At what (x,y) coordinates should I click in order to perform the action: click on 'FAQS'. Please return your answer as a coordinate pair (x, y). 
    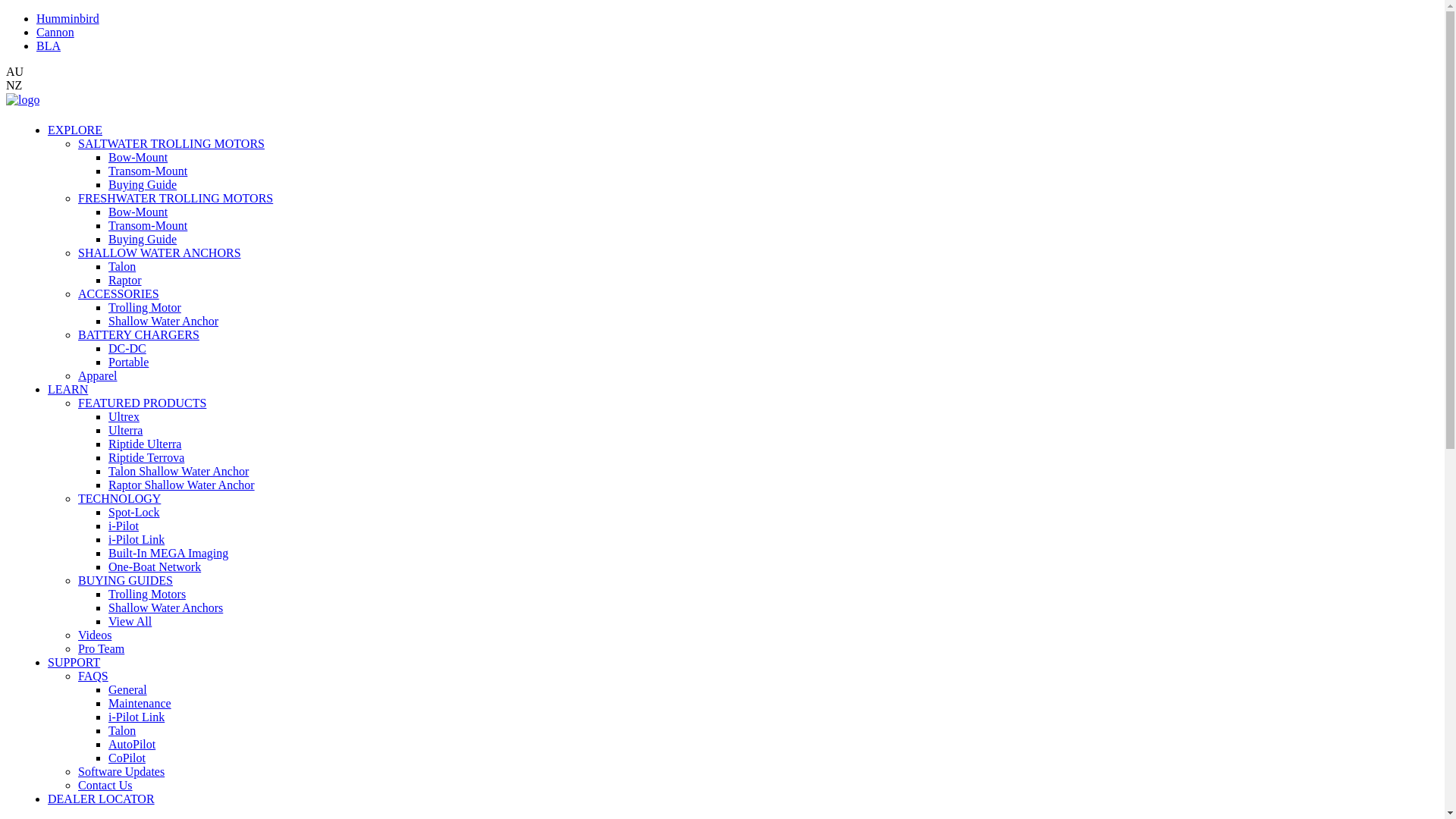
    Looking at the image, I should click on (93, 675).